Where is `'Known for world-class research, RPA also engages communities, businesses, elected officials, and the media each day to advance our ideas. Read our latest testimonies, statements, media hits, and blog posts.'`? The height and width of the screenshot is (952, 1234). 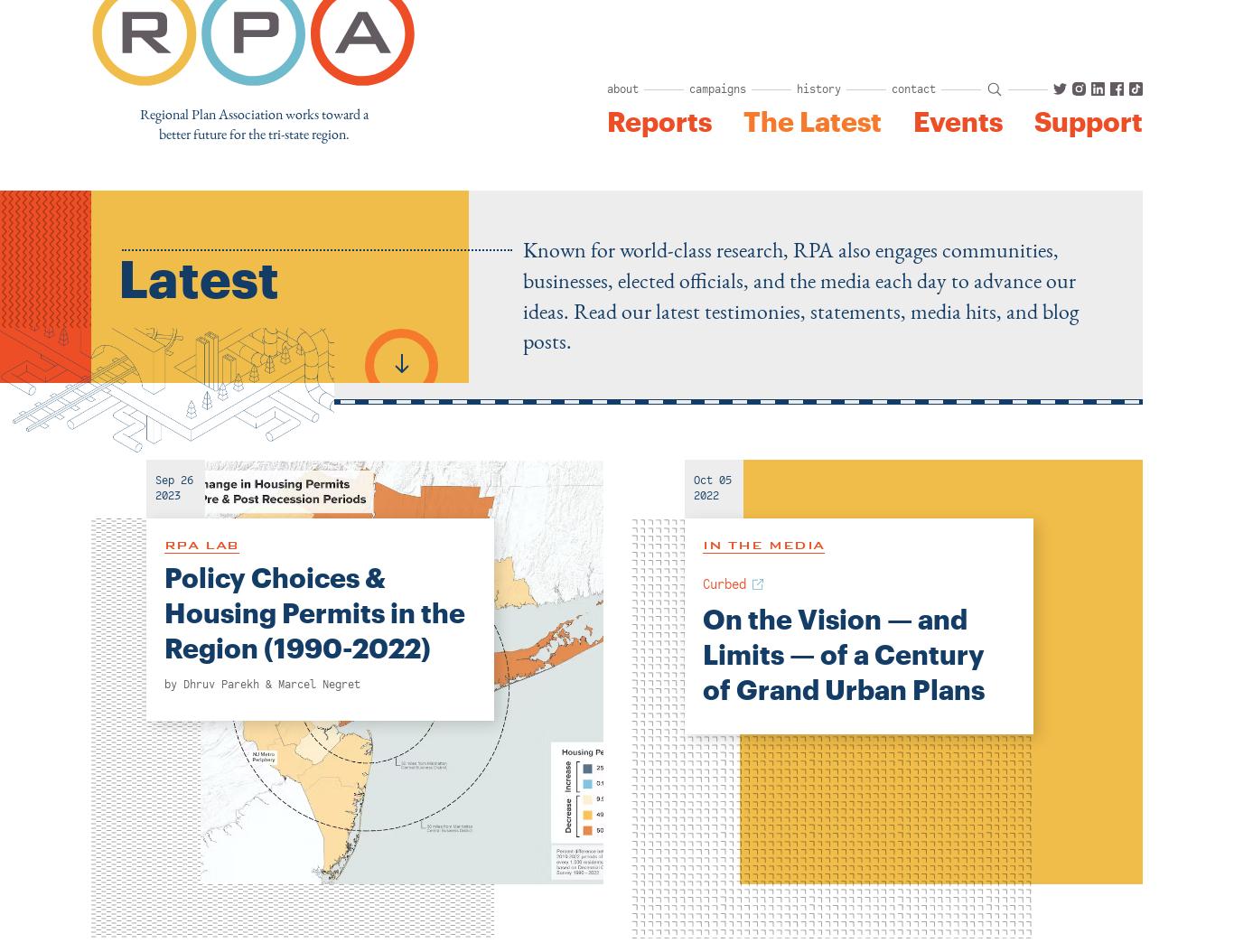
'Known for world-class research, RPA also engages communities, businesses, elected officials, and the media each day to advance our ideas. Read our latest testimonies, statements, media hits, and blog posts.' is located at coordinates (799, 294).